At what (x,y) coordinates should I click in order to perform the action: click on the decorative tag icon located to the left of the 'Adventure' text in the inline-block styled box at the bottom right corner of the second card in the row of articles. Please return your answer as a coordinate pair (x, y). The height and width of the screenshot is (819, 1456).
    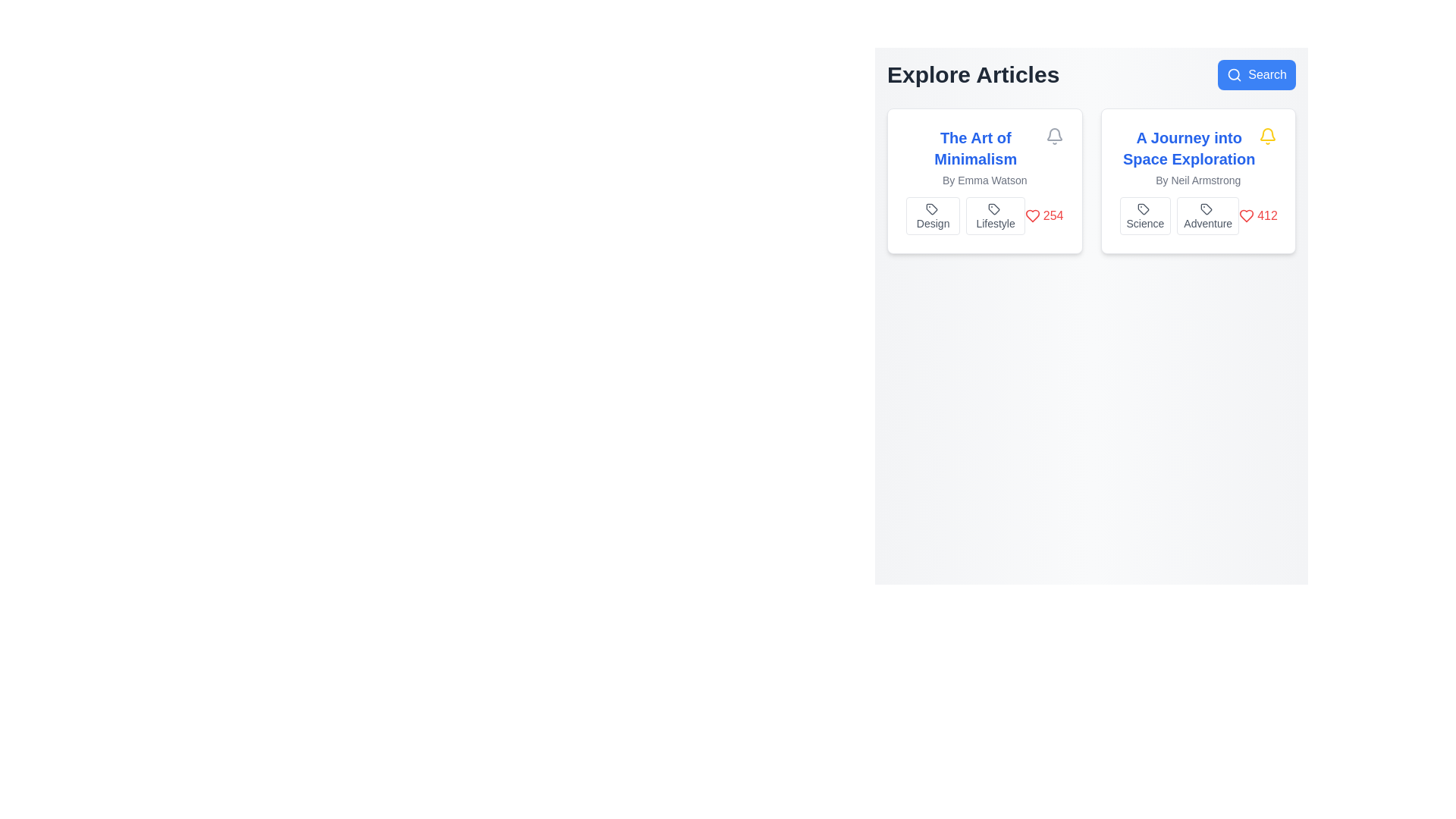
    Looking at the image, I should click on (1206, 209).